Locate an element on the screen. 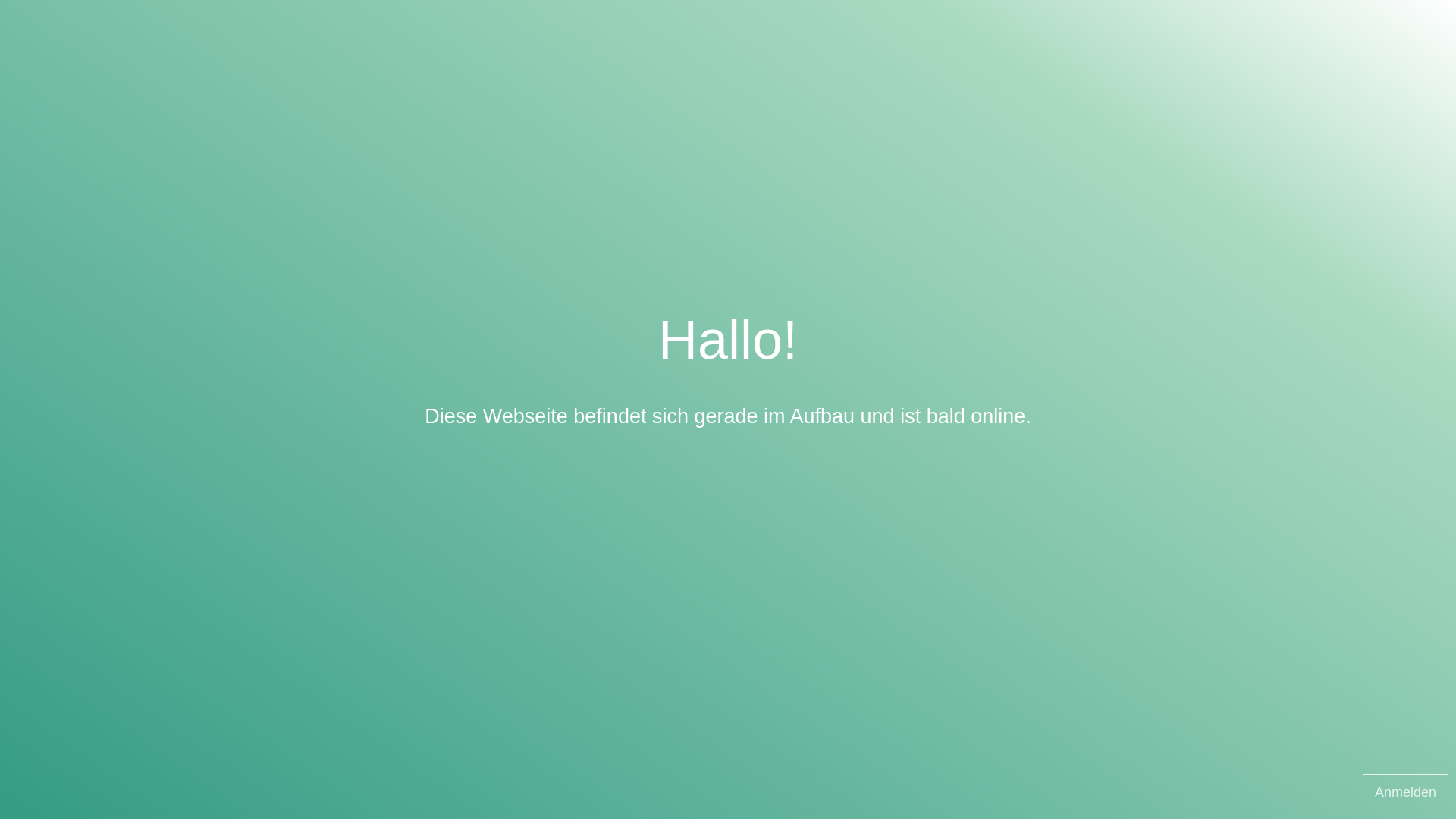 The image size is (1456, 819). 'Anmelden' is located at coordinates (1404, 792).